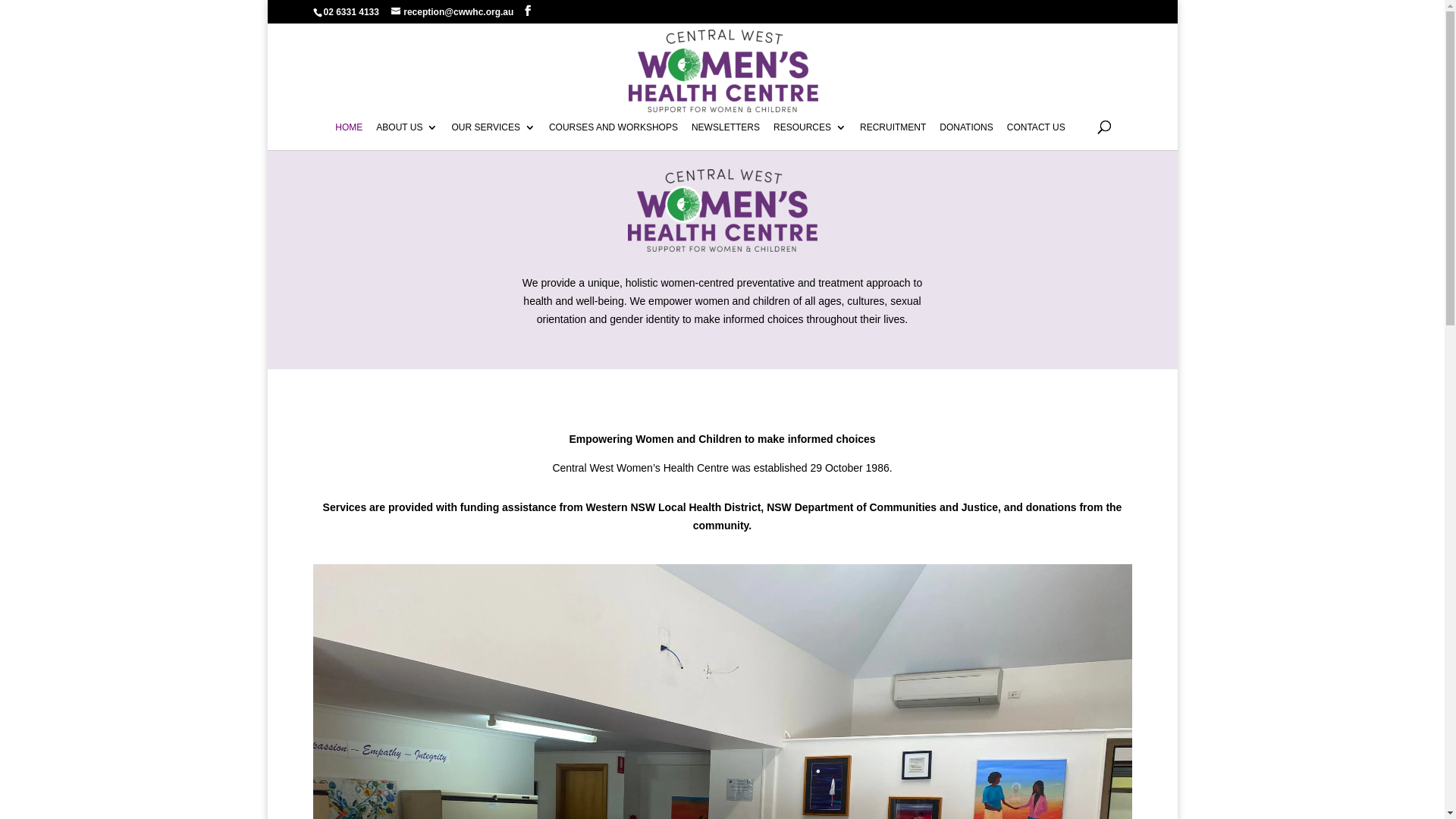 This screenshot has width=1456, height=819. I want to click on 'reception@cwwhc.org.au', so click(451, 11).